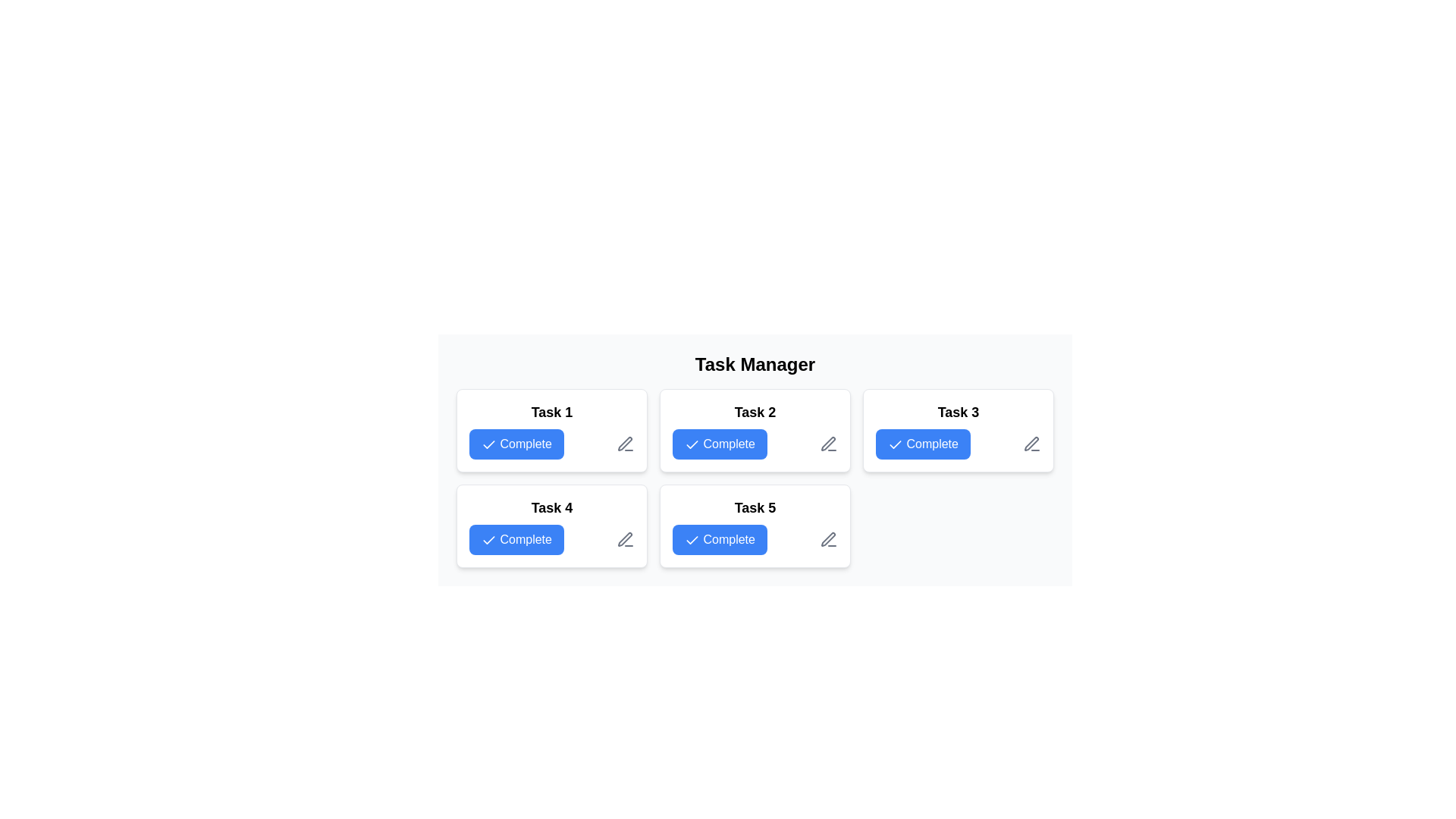 The image size is (1456, 819). I want to click on the Complete button on the task card located in the top-right section of the grid to mark the task as completed, so click(957, 430).